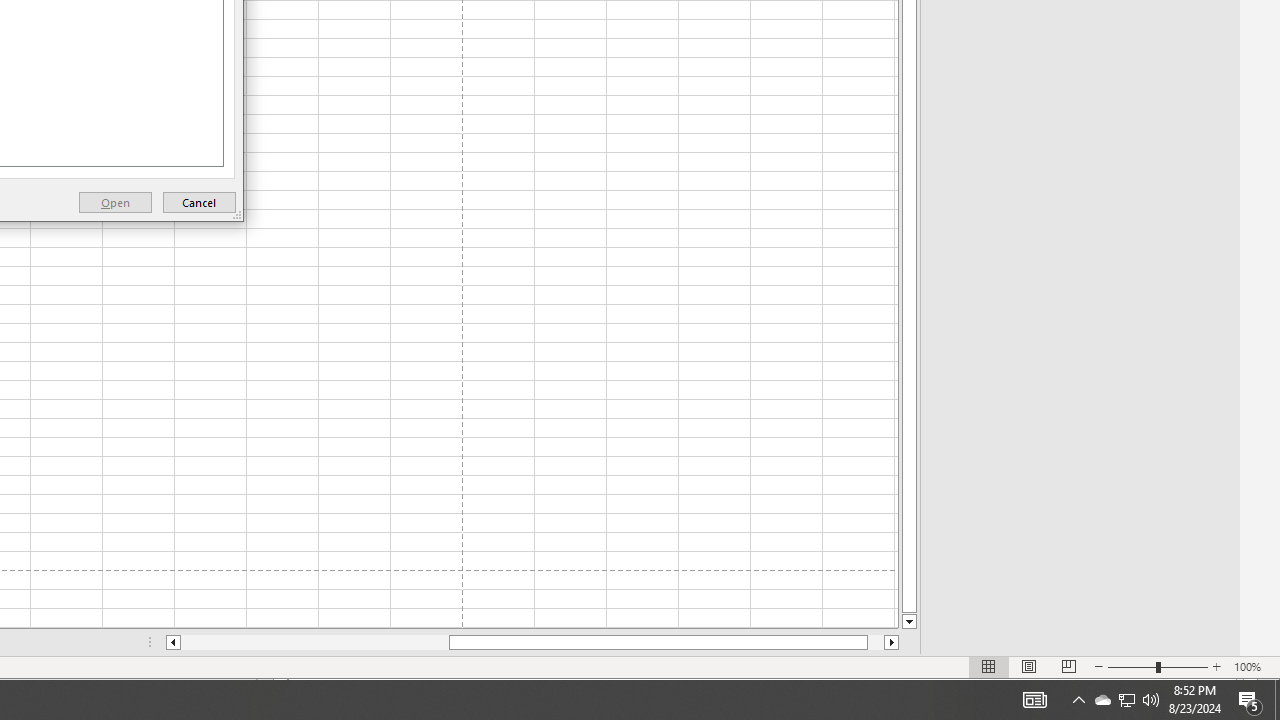 The height and width of the screenshot is (720, 1280). I want to click on 'User Promoted Notification Area', so click(1078, 698).